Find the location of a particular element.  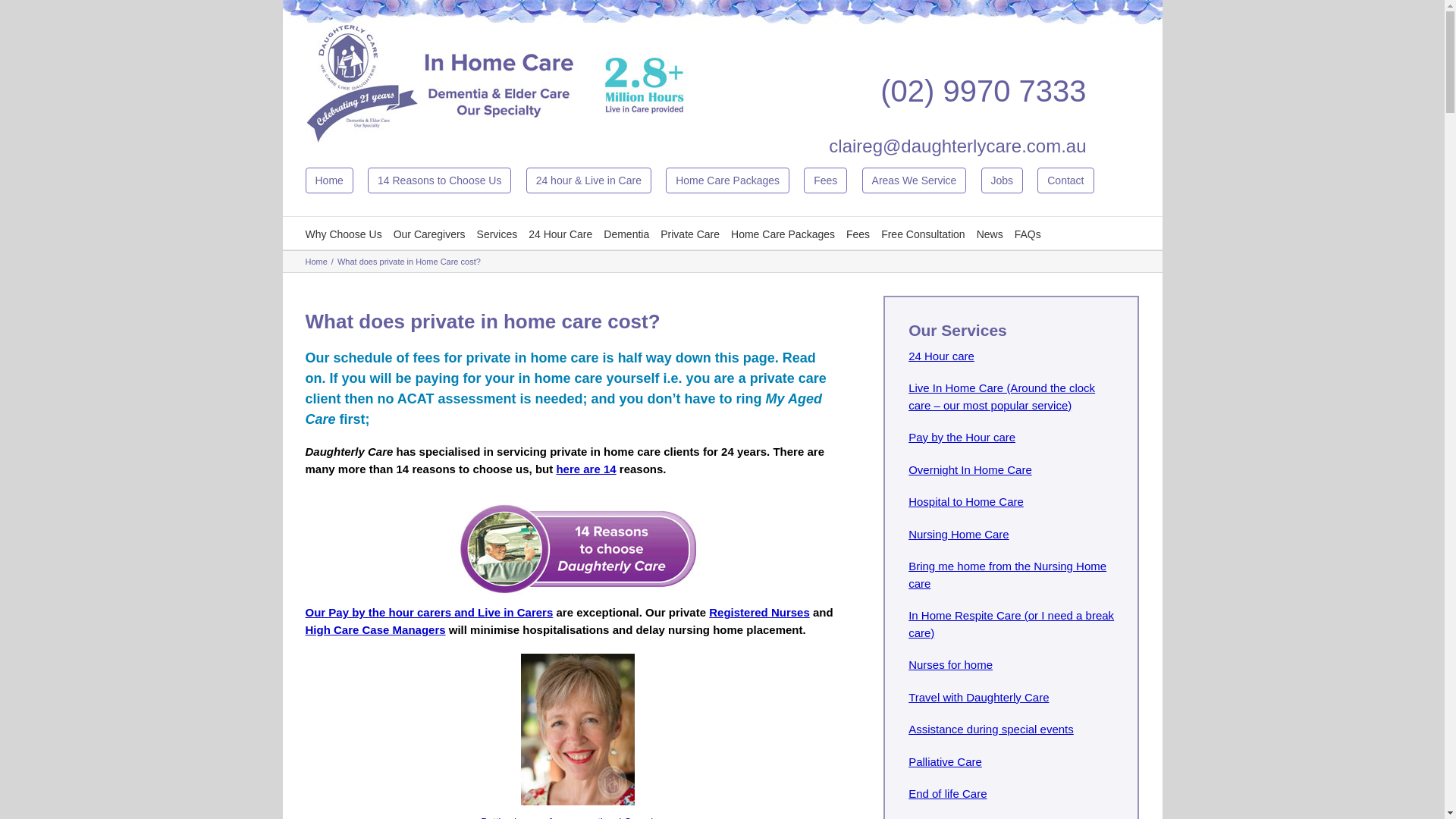

'(02) 9970 7333' is located at coordinates (983, 90).